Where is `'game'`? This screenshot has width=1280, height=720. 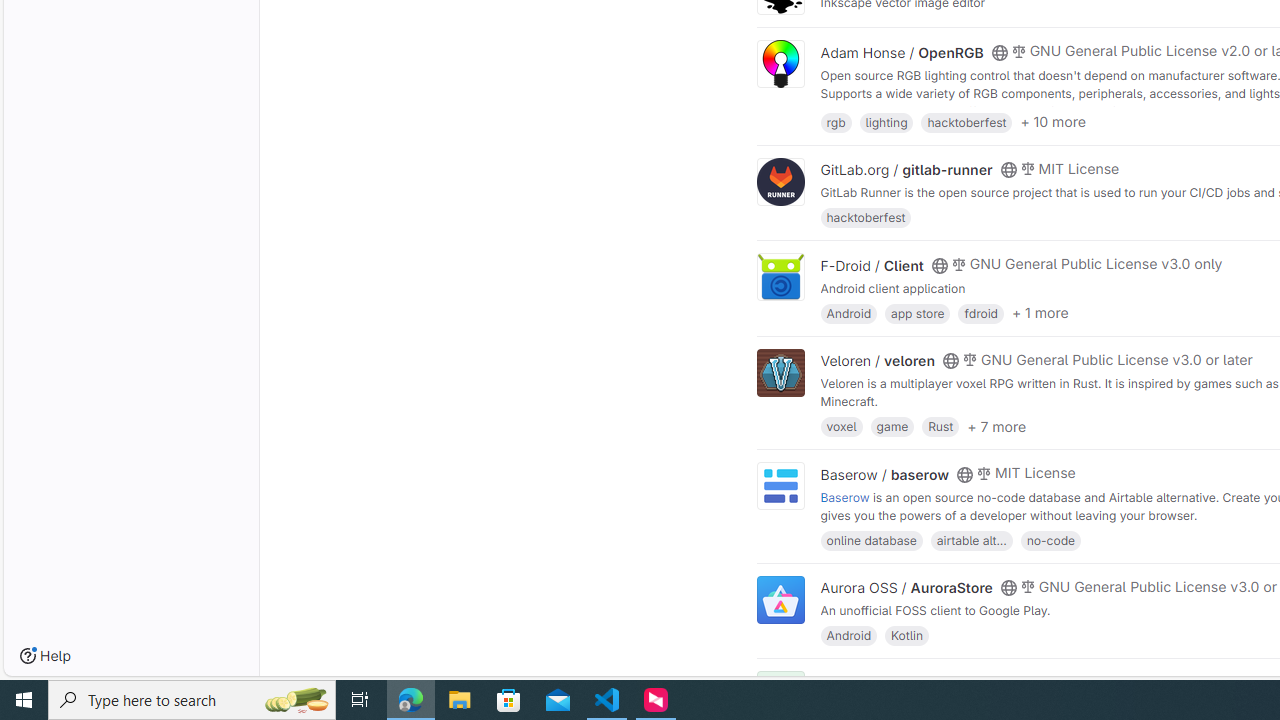
'game' is located at coordinates (891, 425).